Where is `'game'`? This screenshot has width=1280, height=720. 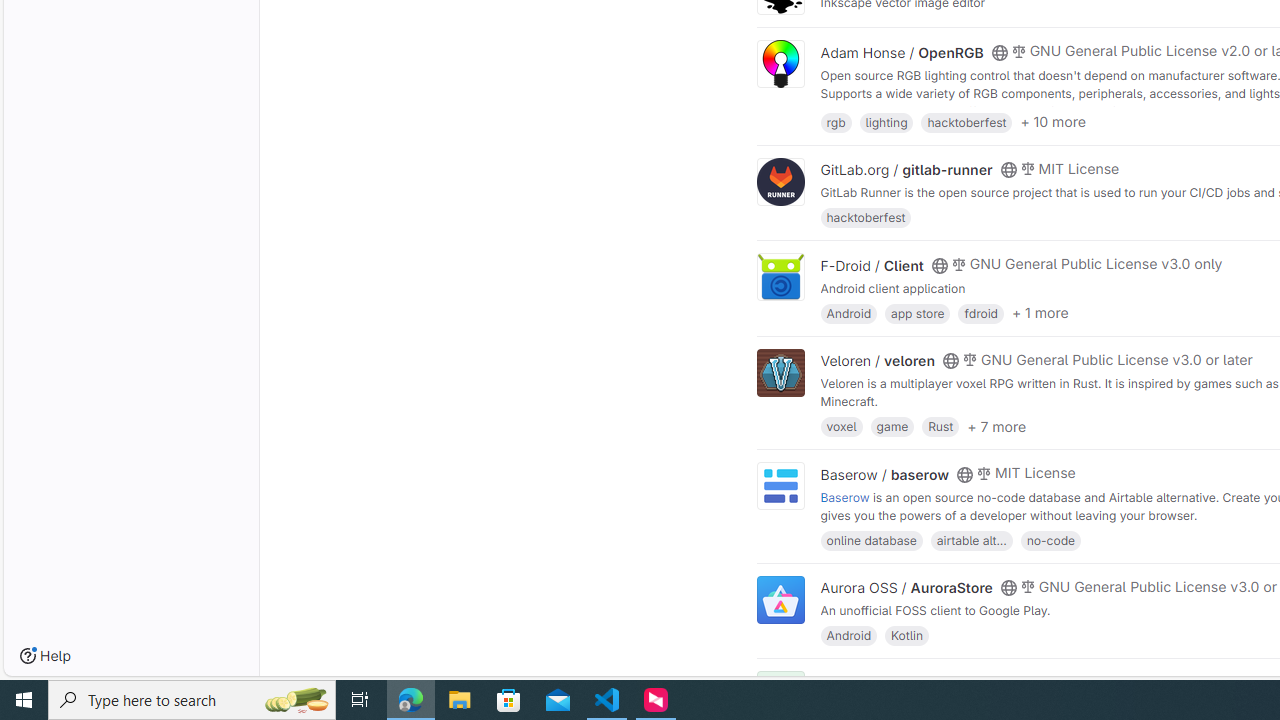
'game' is located at coordinates (891, 425).